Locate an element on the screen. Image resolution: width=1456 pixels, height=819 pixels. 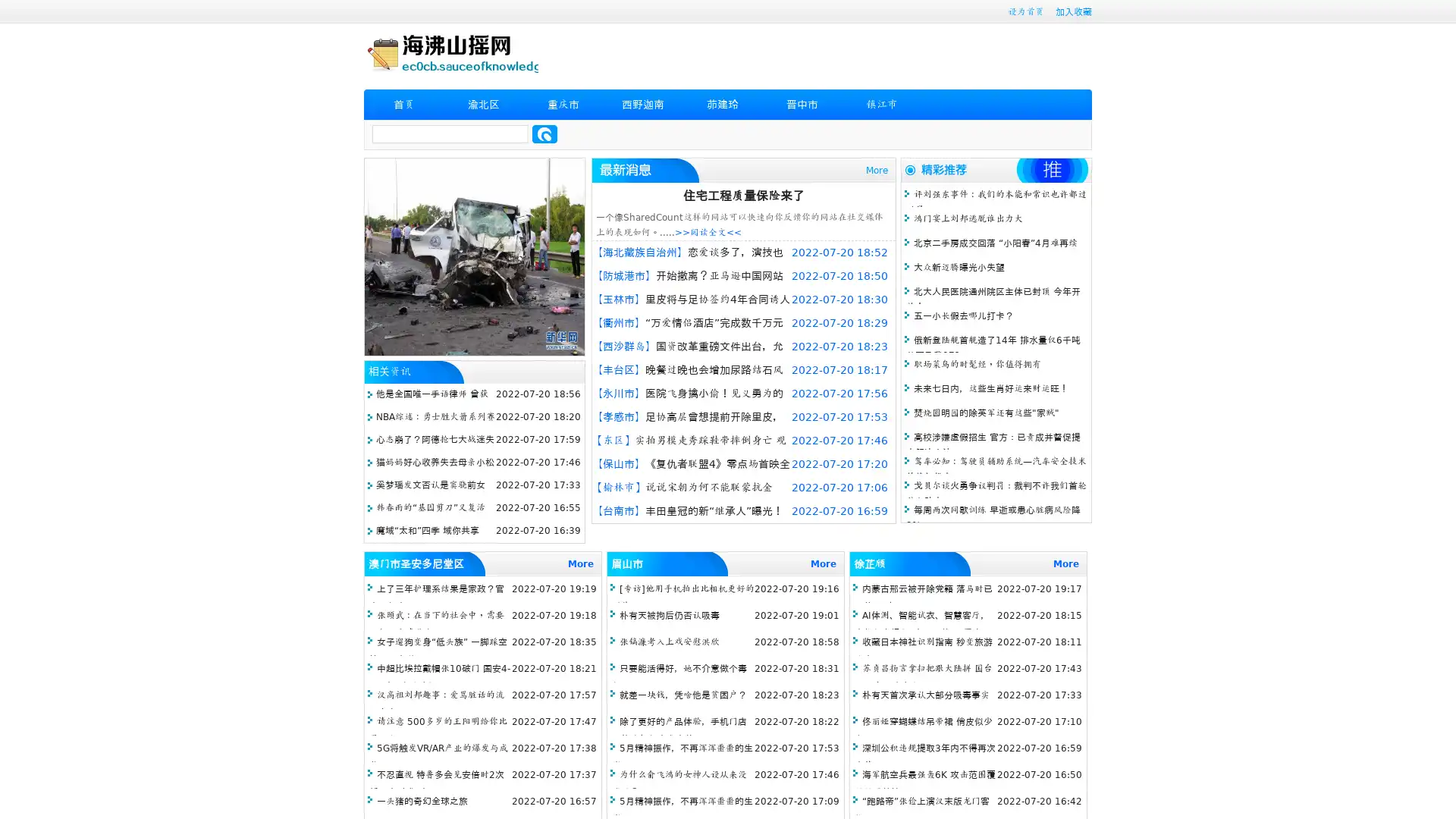
Search is located at coordinates (544, 133).